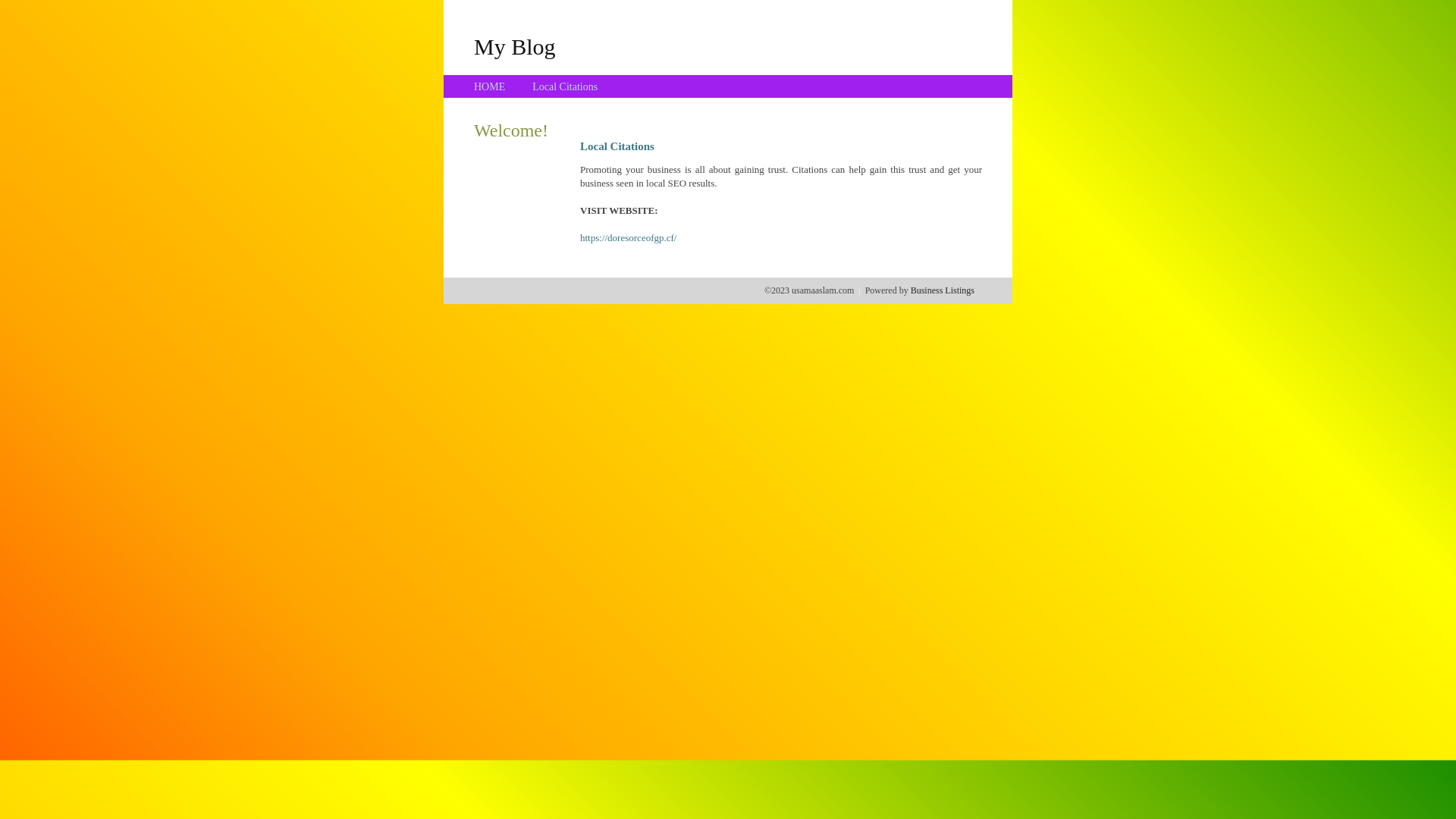 Image resolution: width=1456 pixels, height=819 pixels. What do you see at coordinates (489, 86) in the screenshot?
I see `'HOME'` at bounding box center [489, 86].